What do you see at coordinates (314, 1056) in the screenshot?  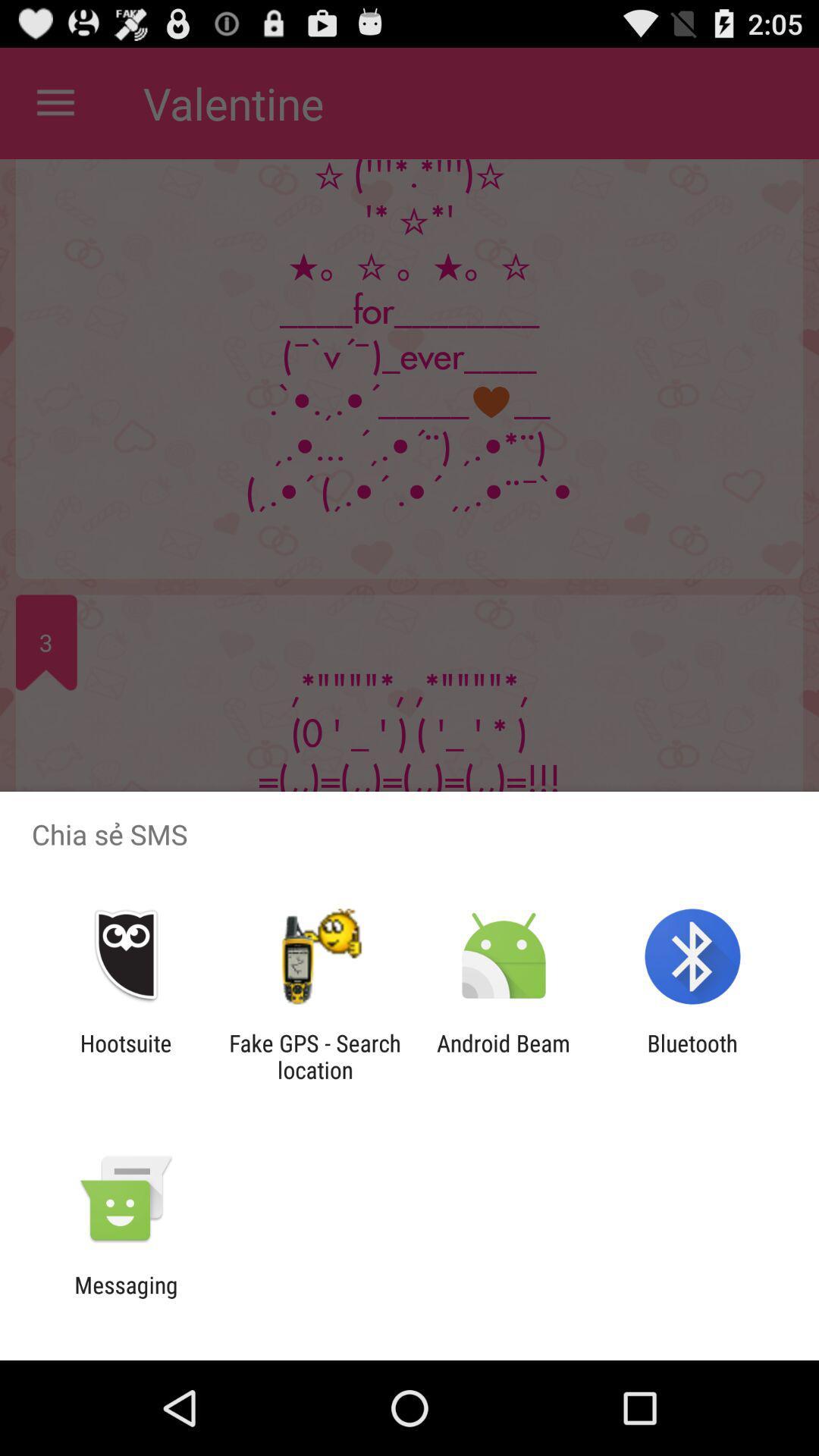 I see `the icon to the left of the android beam item` at bounding box center [314, 1056].